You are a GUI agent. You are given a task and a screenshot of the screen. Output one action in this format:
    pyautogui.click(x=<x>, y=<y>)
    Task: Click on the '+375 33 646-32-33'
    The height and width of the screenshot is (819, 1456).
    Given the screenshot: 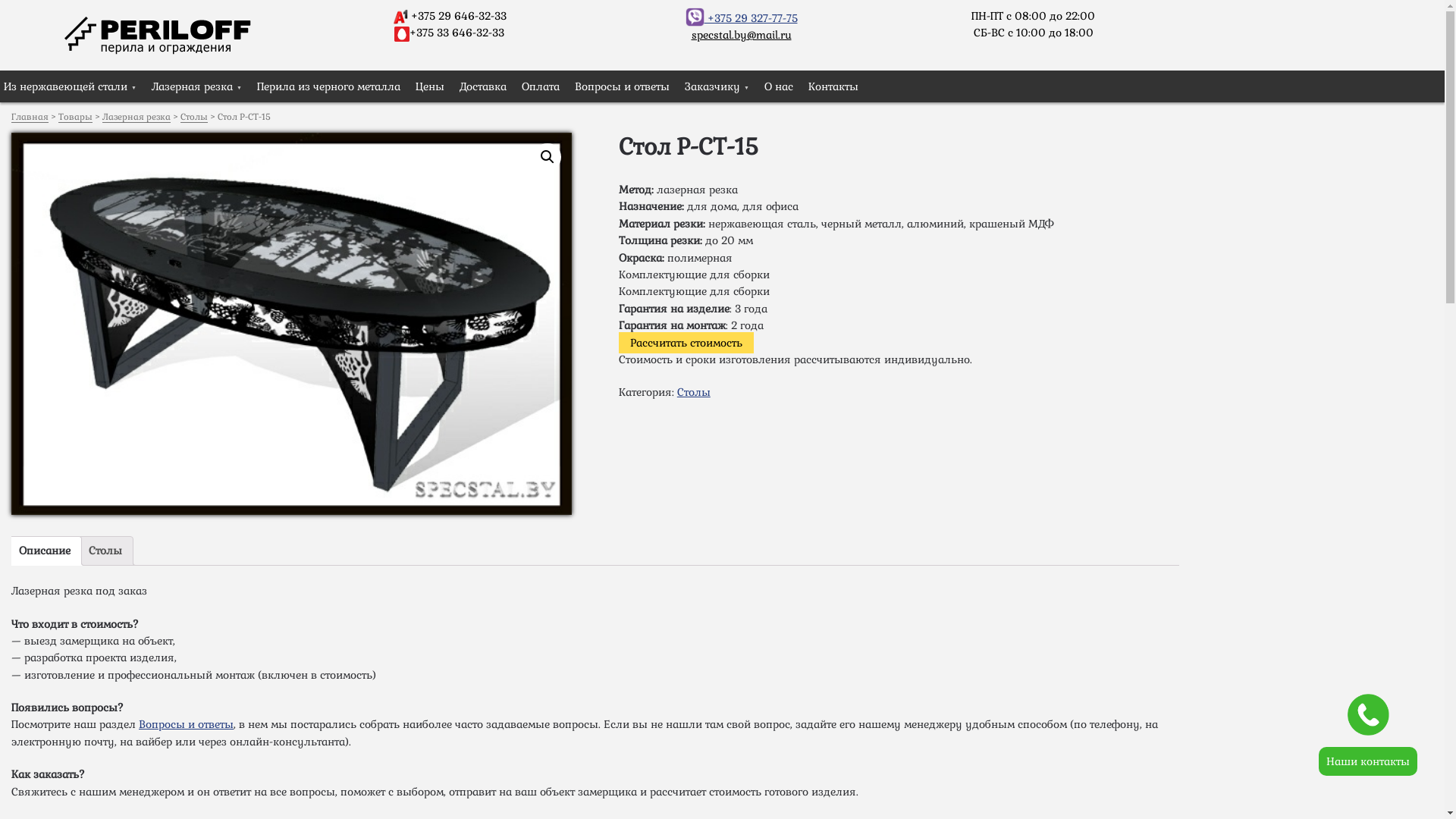 What is the action you would take?
    pyautogui.click(x=456, y=32)
    